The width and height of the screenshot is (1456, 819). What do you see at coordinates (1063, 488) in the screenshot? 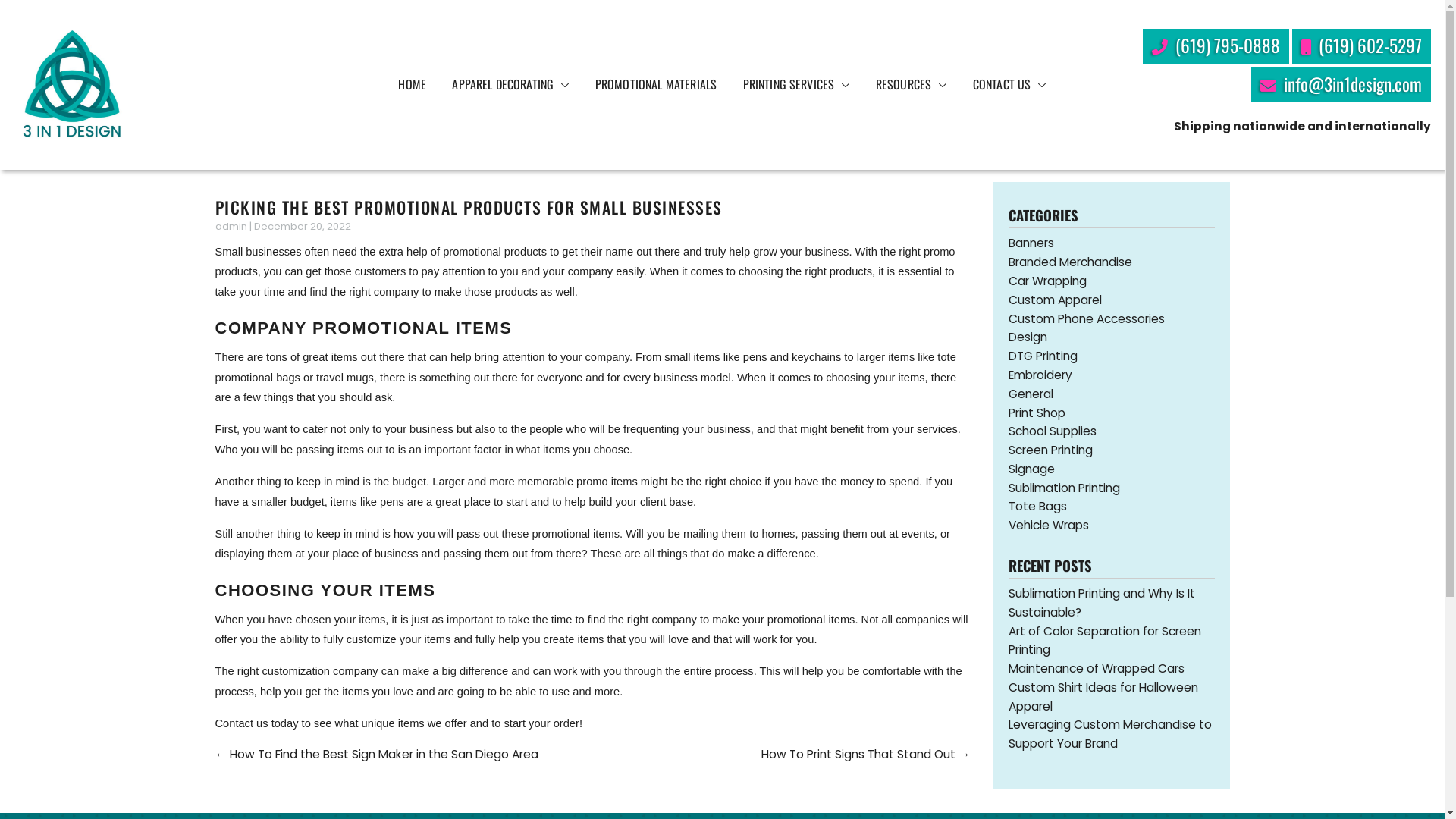
I see `'Sublimation Printing'` at bounding box center [1063, 488].